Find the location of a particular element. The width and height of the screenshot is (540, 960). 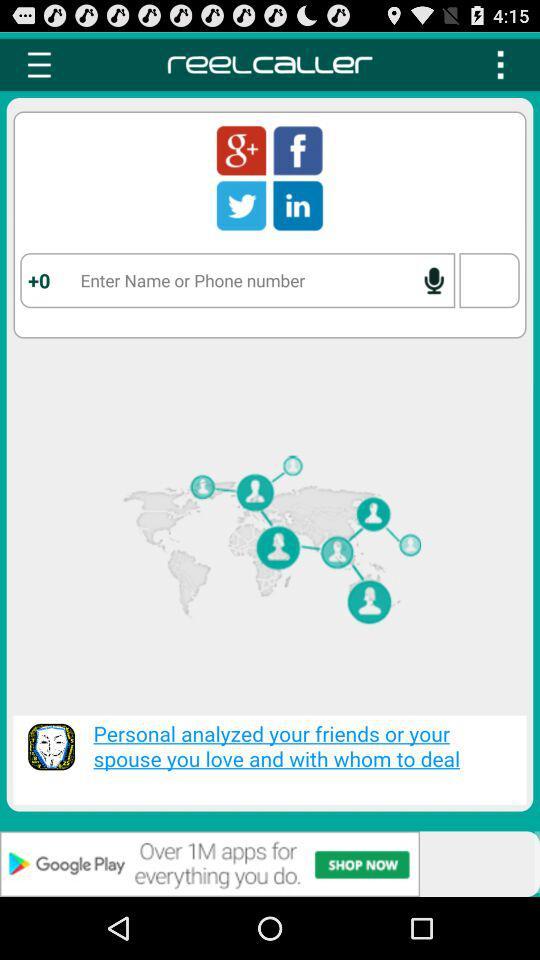

facebook is located at coordinates (297, 149).